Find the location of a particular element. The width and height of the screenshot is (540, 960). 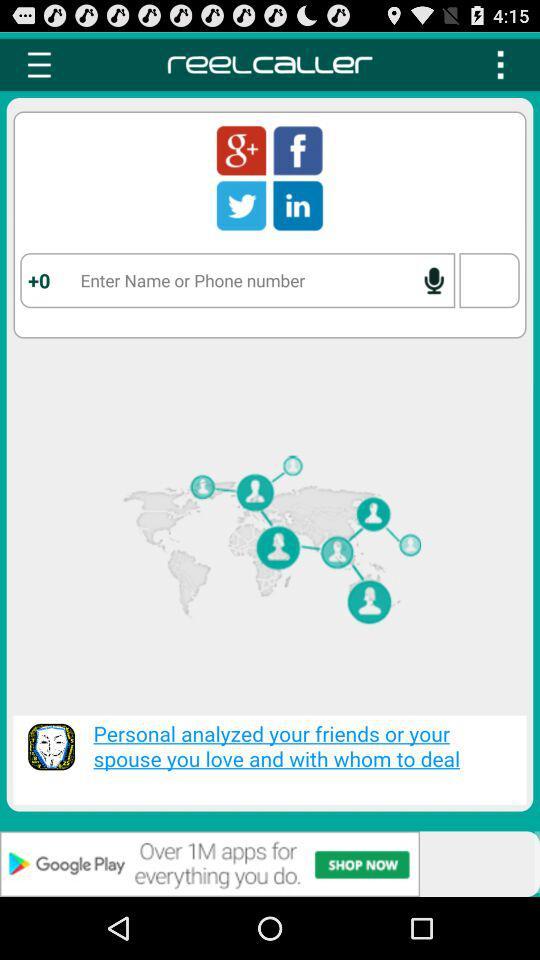

facebook is located at coordinates (297, 149).